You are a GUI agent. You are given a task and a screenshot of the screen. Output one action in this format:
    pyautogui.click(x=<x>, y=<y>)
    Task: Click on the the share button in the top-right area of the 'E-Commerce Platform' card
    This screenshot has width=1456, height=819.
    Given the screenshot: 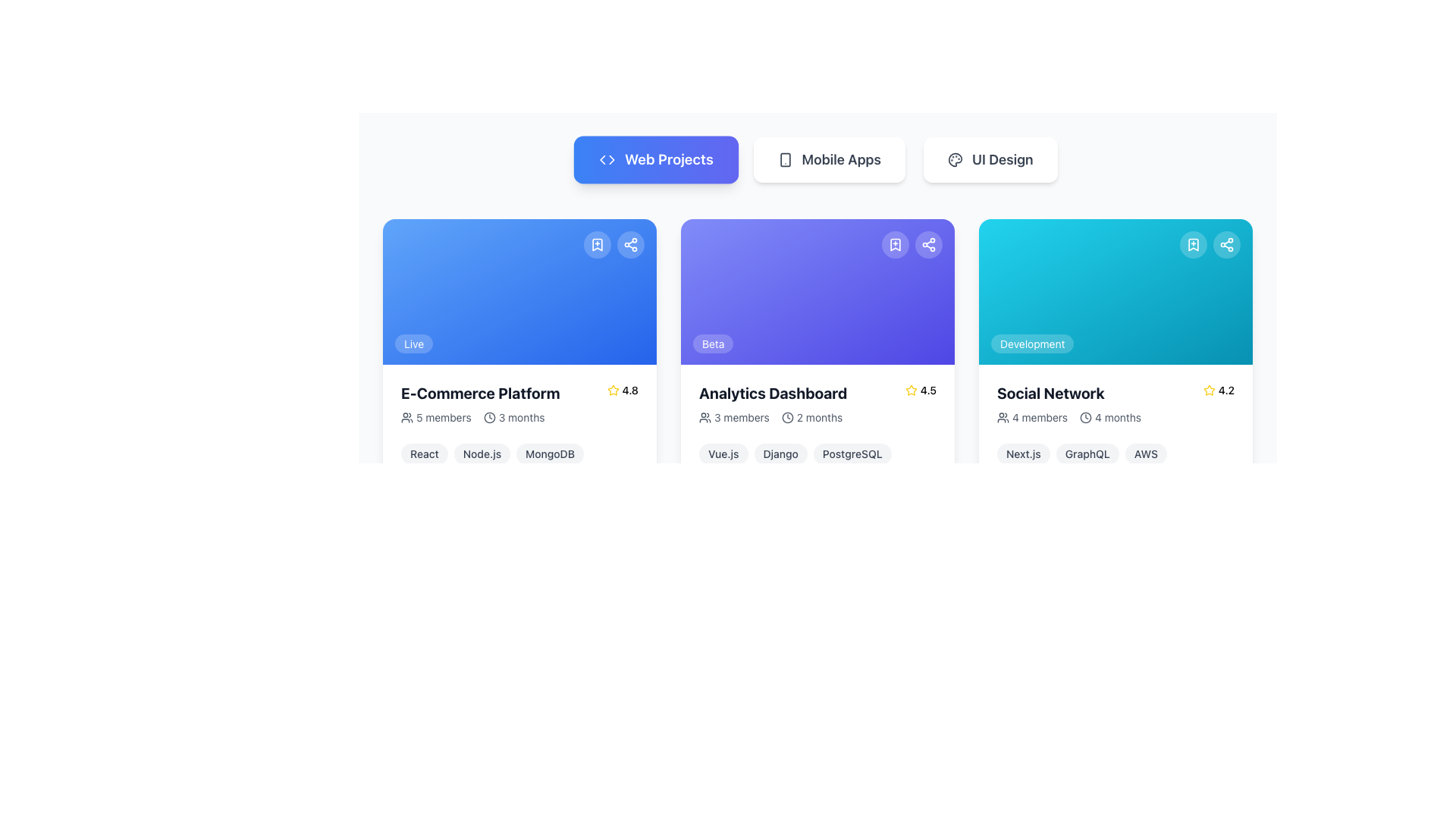 What is the action you would take?
    pyautogui.click(x=614, y=244)
    